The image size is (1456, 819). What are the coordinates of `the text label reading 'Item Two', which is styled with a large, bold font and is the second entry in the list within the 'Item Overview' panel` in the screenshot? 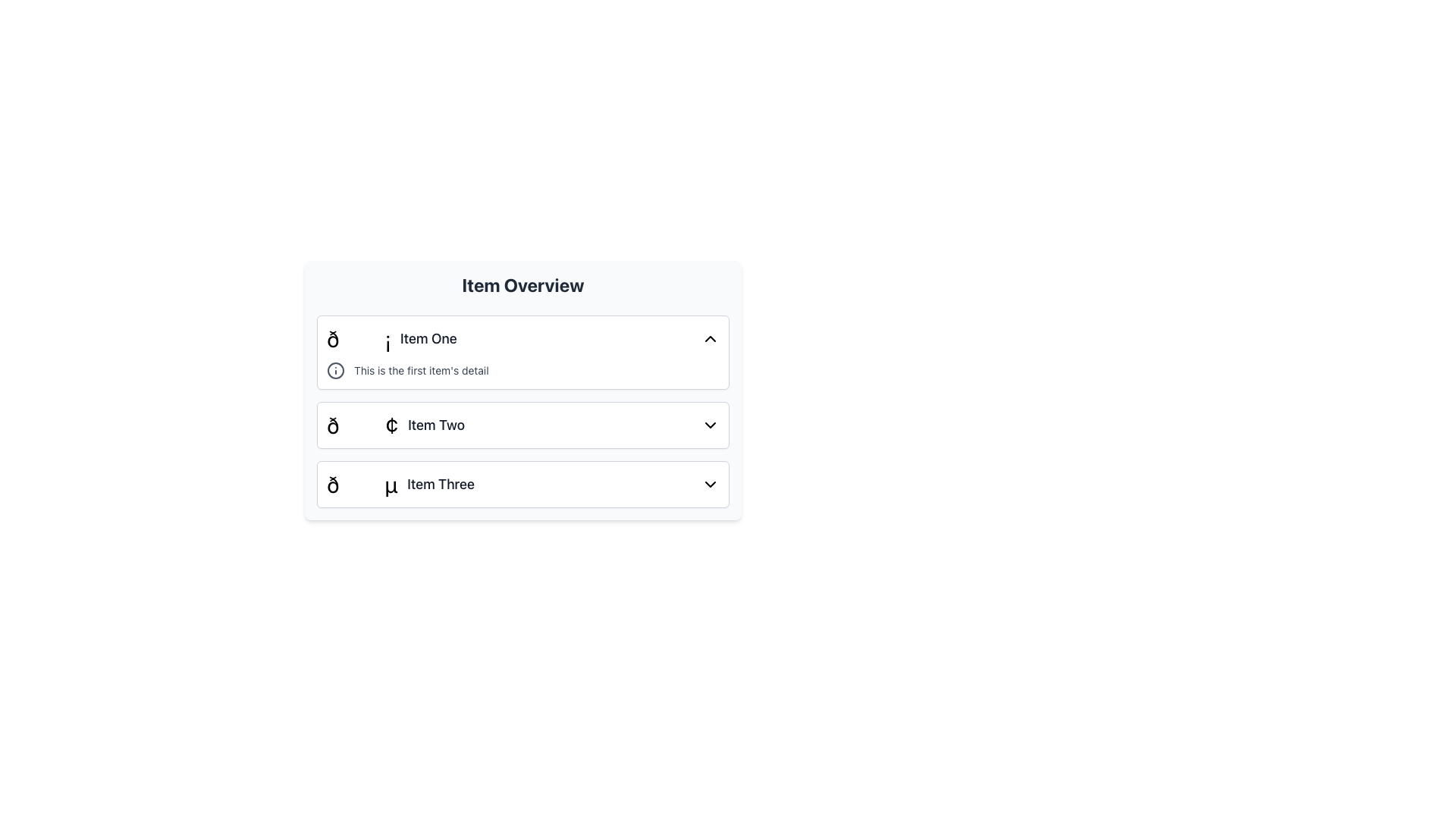 It's located at (435, 425).